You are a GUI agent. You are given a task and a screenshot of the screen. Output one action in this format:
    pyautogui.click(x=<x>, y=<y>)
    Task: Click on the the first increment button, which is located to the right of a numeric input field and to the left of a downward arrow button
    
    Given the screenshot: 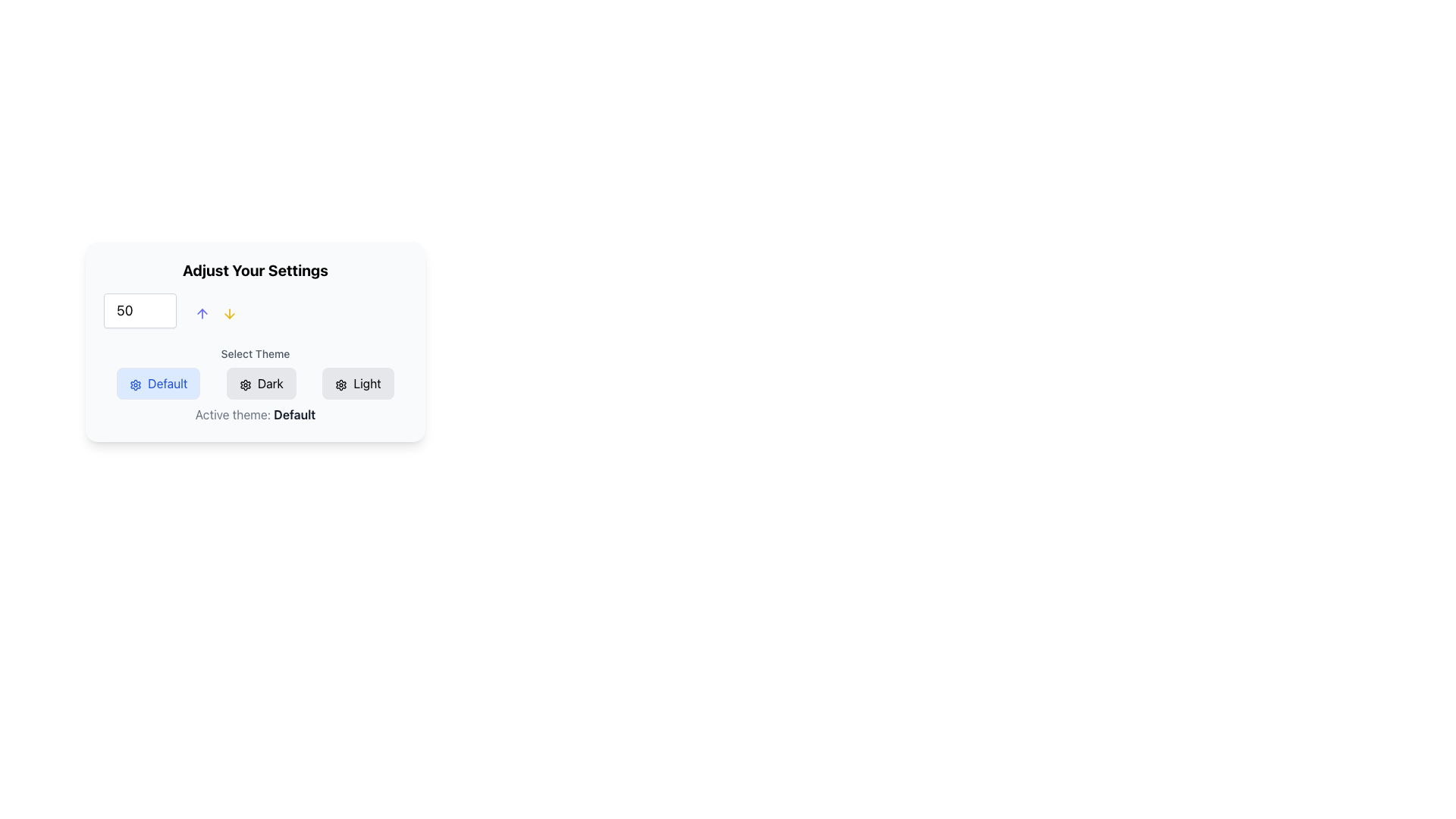 What is the action you would take?
    pyautogui.click(x=202, y=312)
    